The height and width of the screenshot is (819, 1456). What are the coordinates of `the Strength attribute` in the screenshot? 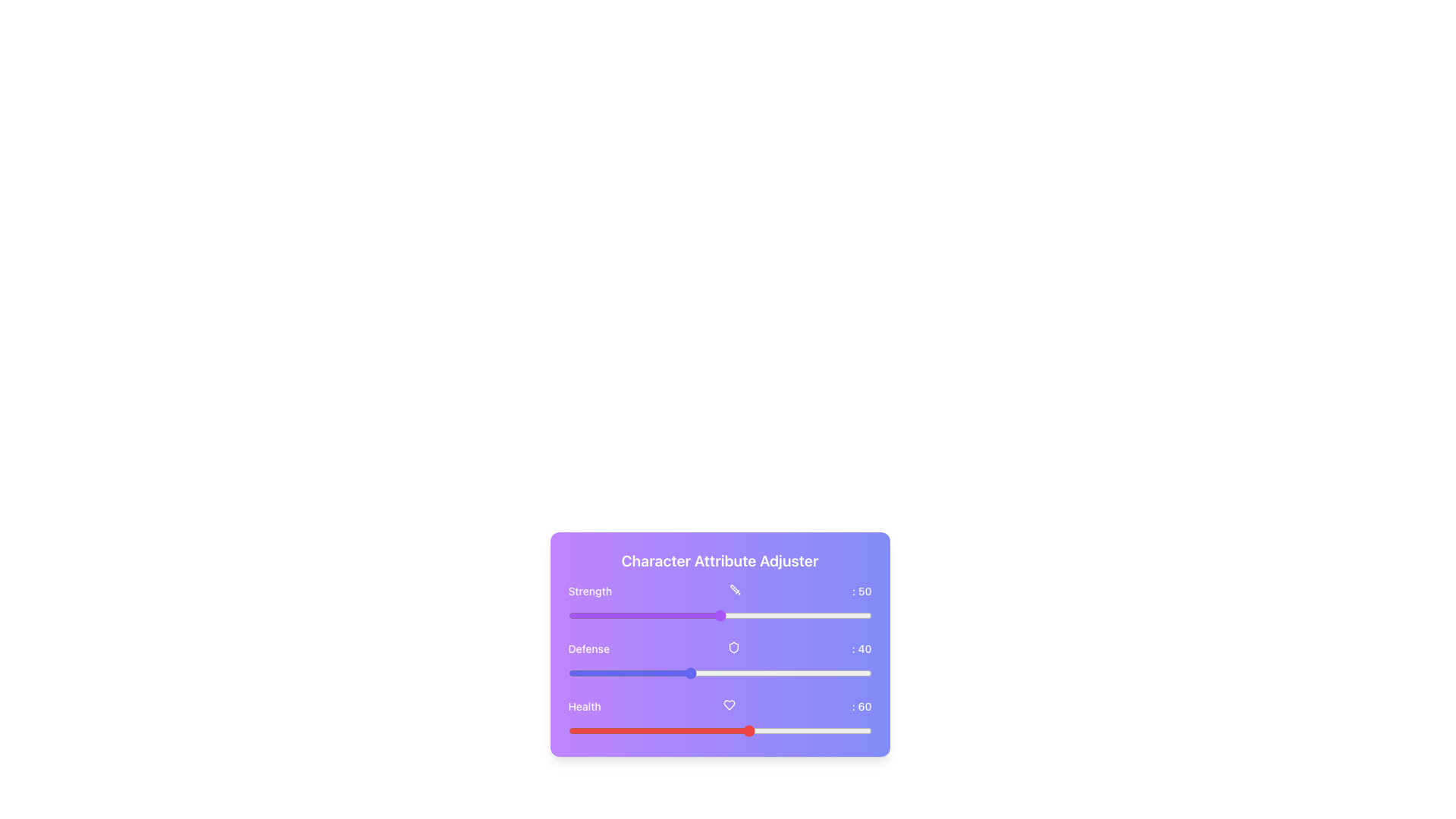 It's located at (859, 616).